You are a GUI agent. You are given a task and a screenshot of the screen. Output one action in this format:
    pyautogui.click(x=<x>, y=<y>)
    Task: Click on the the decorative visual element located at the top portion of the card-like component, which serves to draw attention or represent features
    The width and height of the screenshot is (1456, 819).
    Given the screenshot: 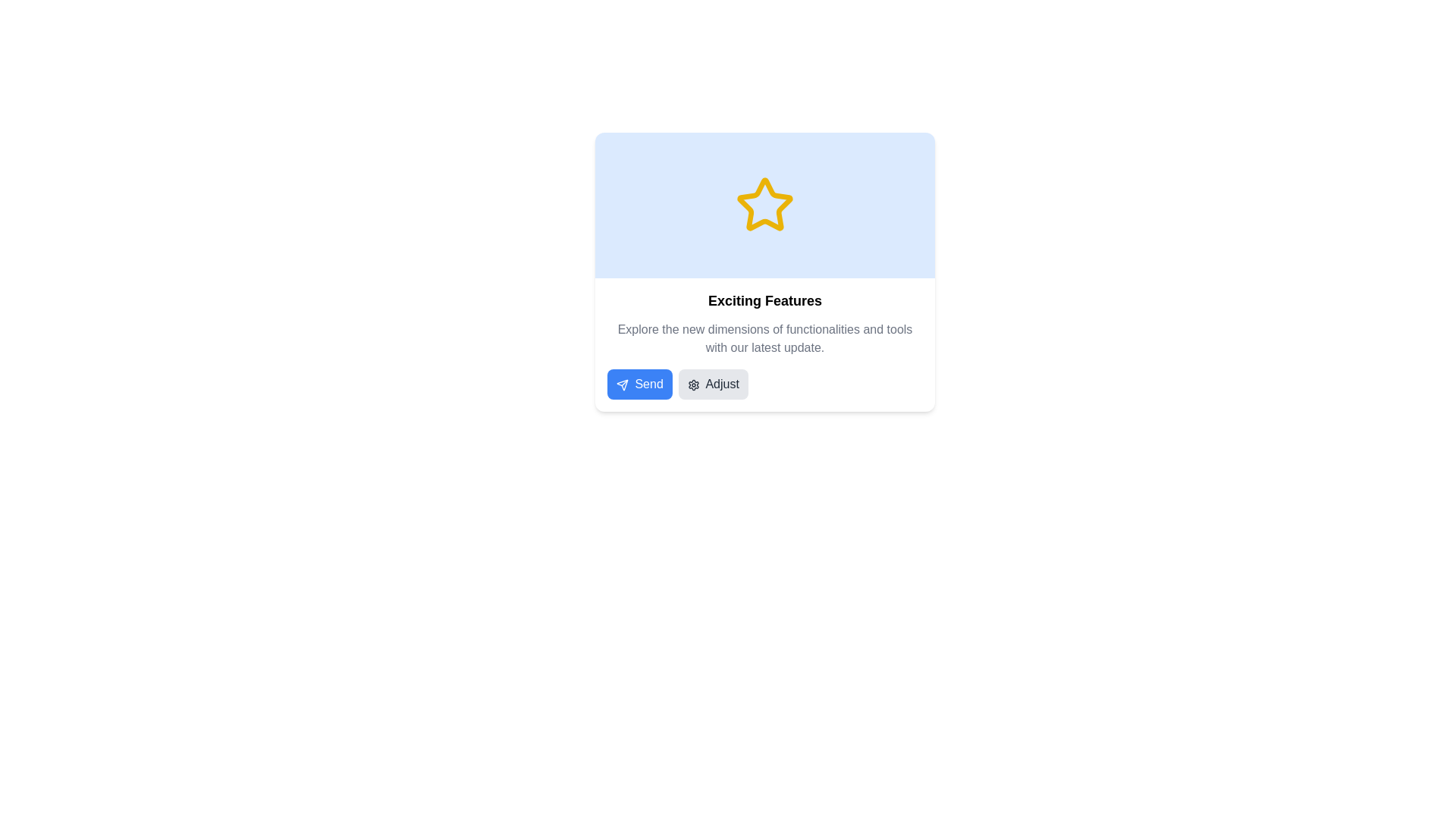 What is the action you would take?
    pyautogui.click(x=764, y=205)
    